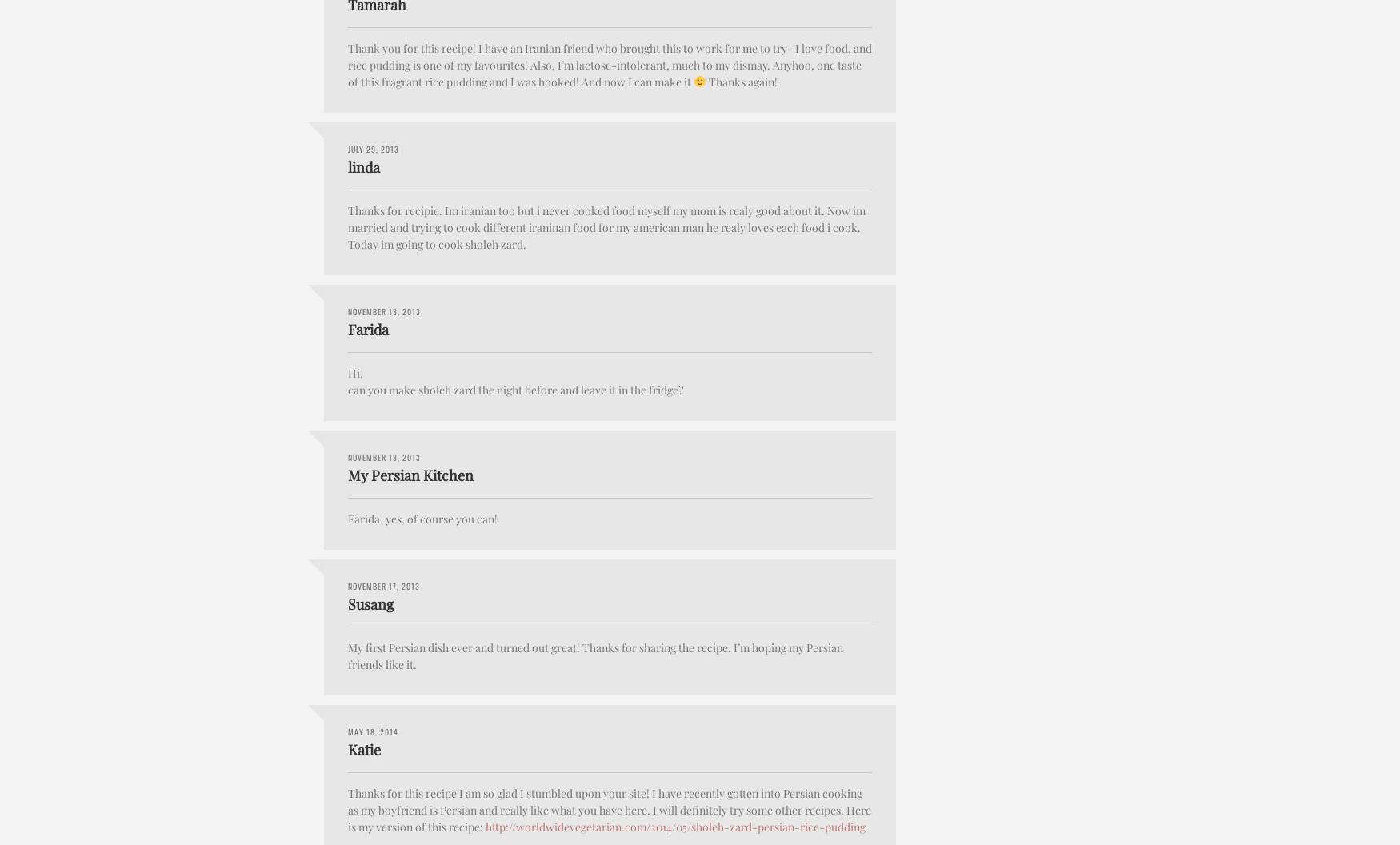  What do you see at coordinates (595, 655) in the screenshot?
I see `'My first Persian dish ever and turned out great! Thanks for sharing the recipe. I’m hoping my Persian friends like it.'` at bounding box center [595, 655].